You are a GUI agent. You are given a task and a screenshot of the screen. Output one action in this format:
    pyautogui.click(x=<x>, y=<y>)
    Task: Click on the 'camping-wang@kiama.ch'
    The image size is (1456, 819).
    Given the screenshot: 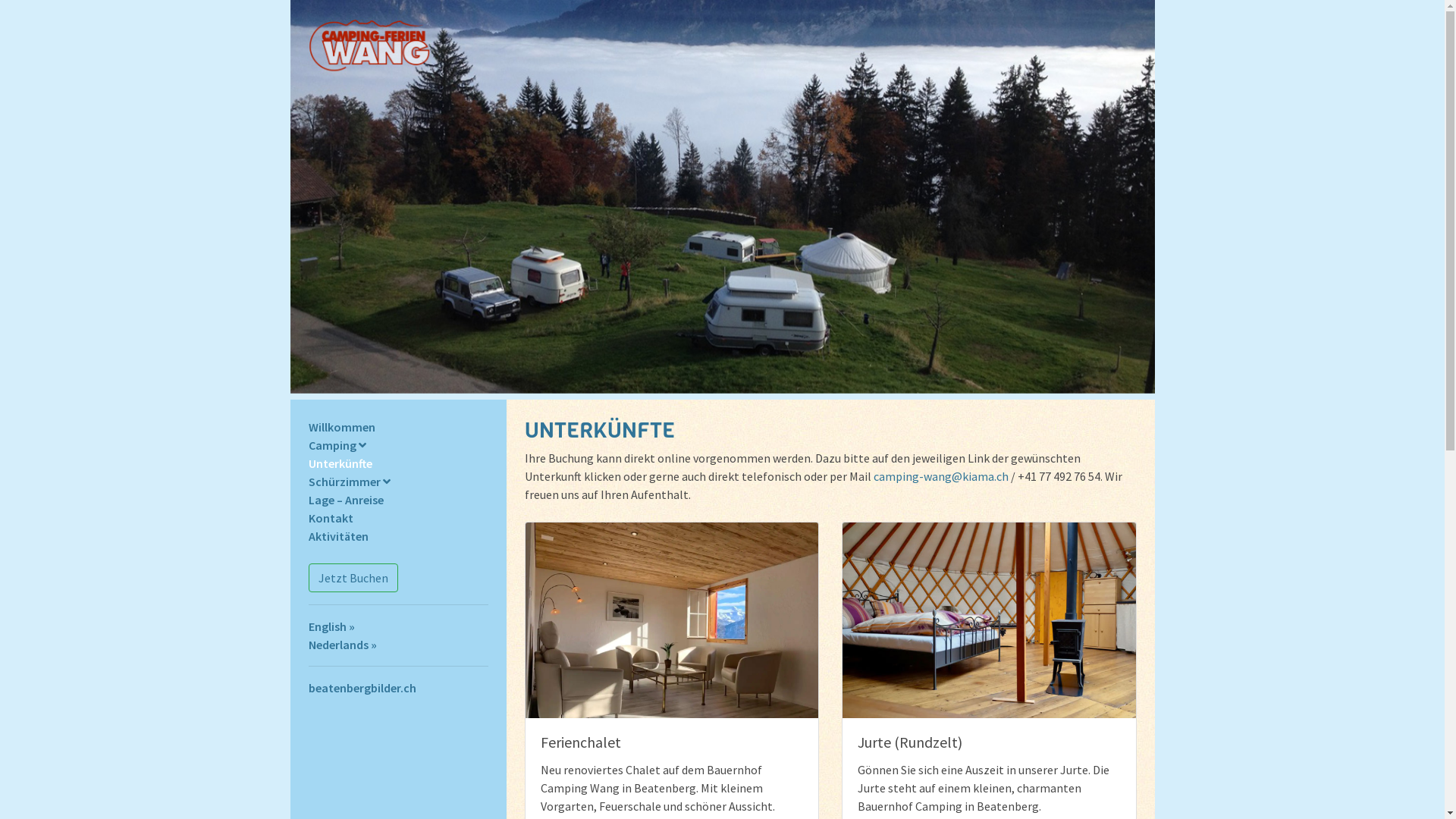 What is the action you would take?
    pyautogui.click(x=940, y=475)
    